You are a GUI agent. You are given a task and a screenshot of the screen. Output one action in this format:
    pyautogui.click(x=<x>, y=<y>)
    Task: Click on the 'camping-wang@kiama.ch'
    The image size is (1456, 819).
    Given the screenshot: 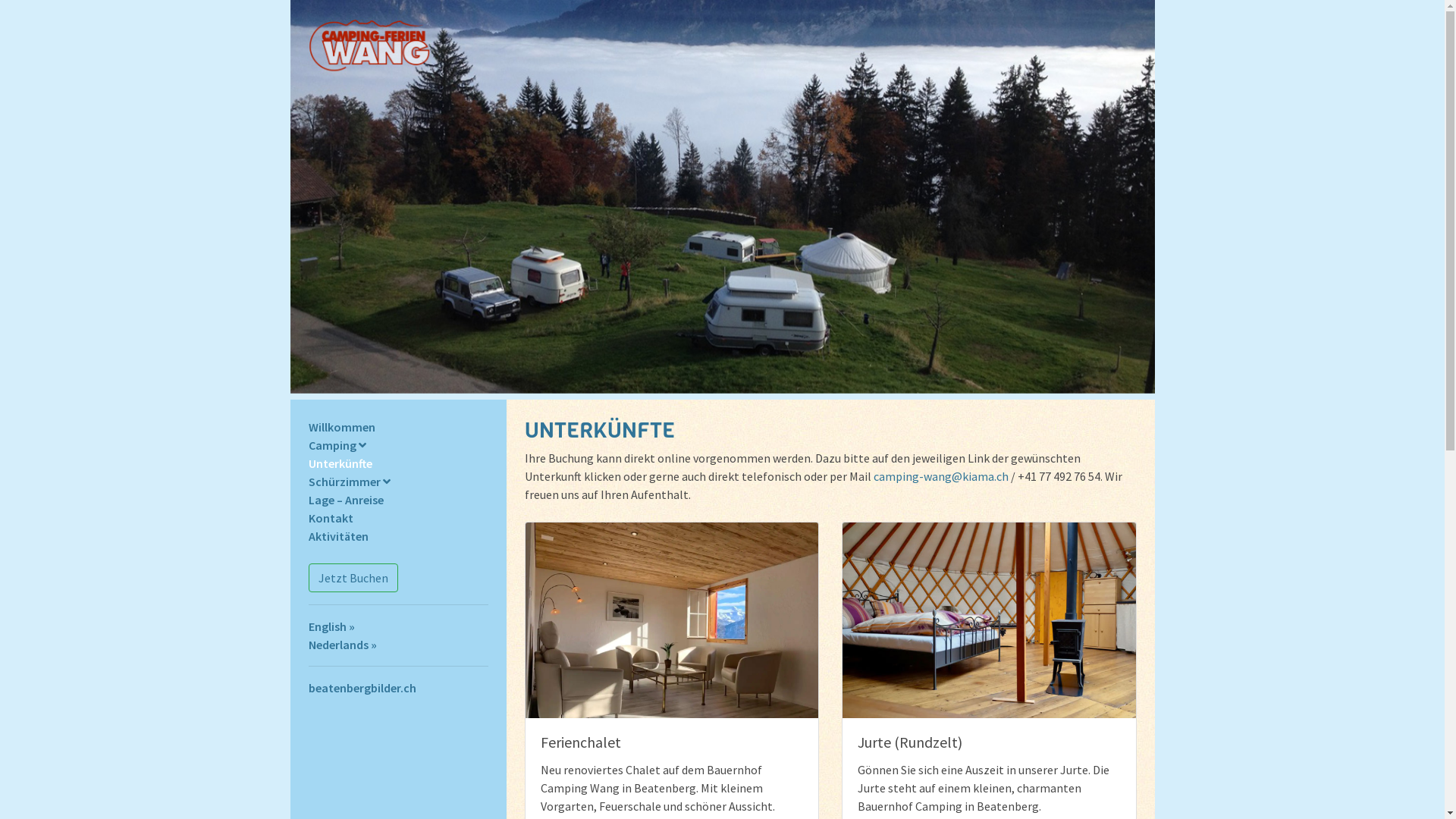 What is the action you would take?
    pyautogui.click(x=940, y=475)
    